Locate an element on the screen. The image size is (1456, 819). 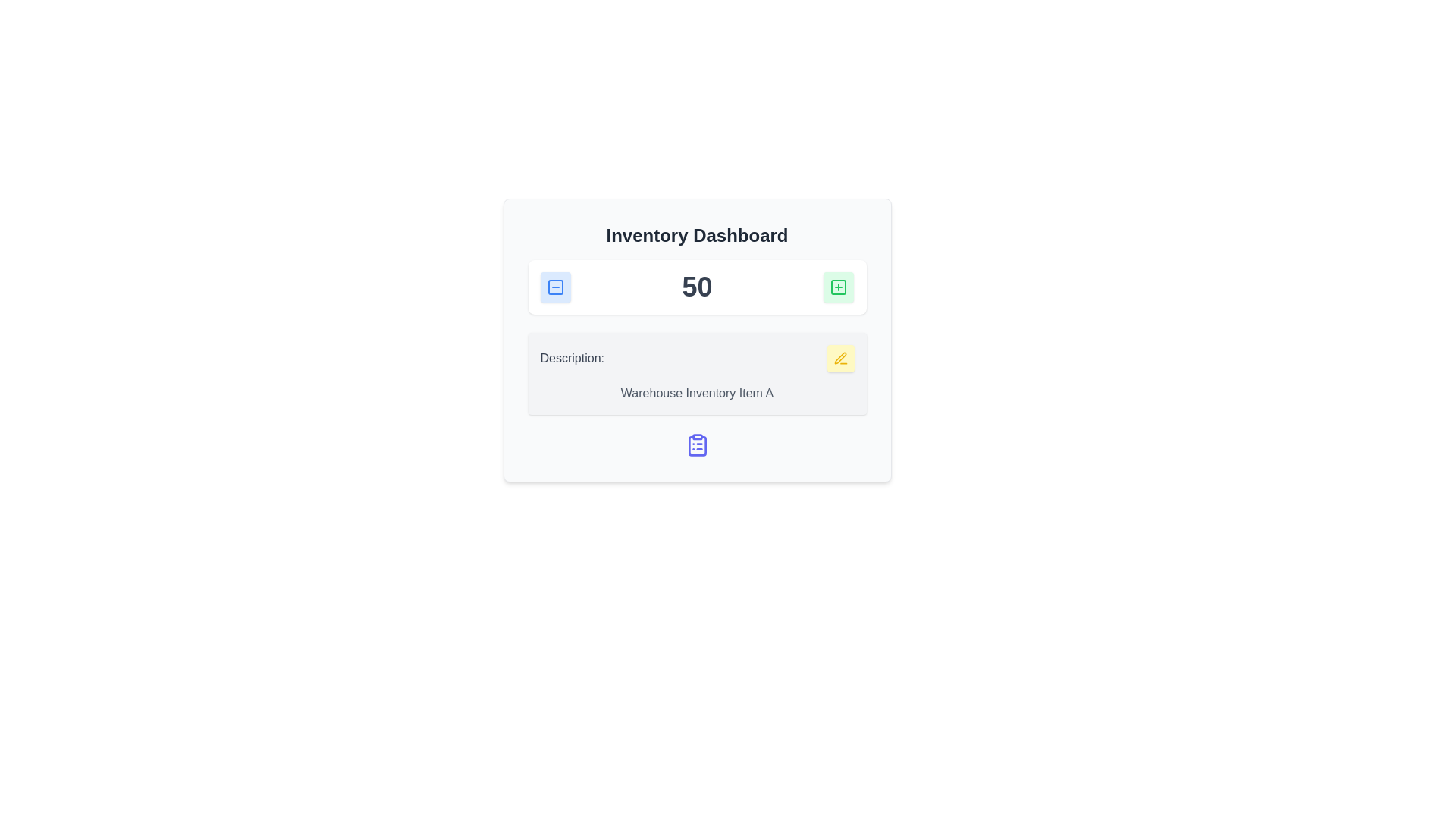
the numeric display text component showing '50', which is centrally located below the 'Inventory Dashboard' title and flanked by decrement and increment buttons is located at coordinates (696, 287).